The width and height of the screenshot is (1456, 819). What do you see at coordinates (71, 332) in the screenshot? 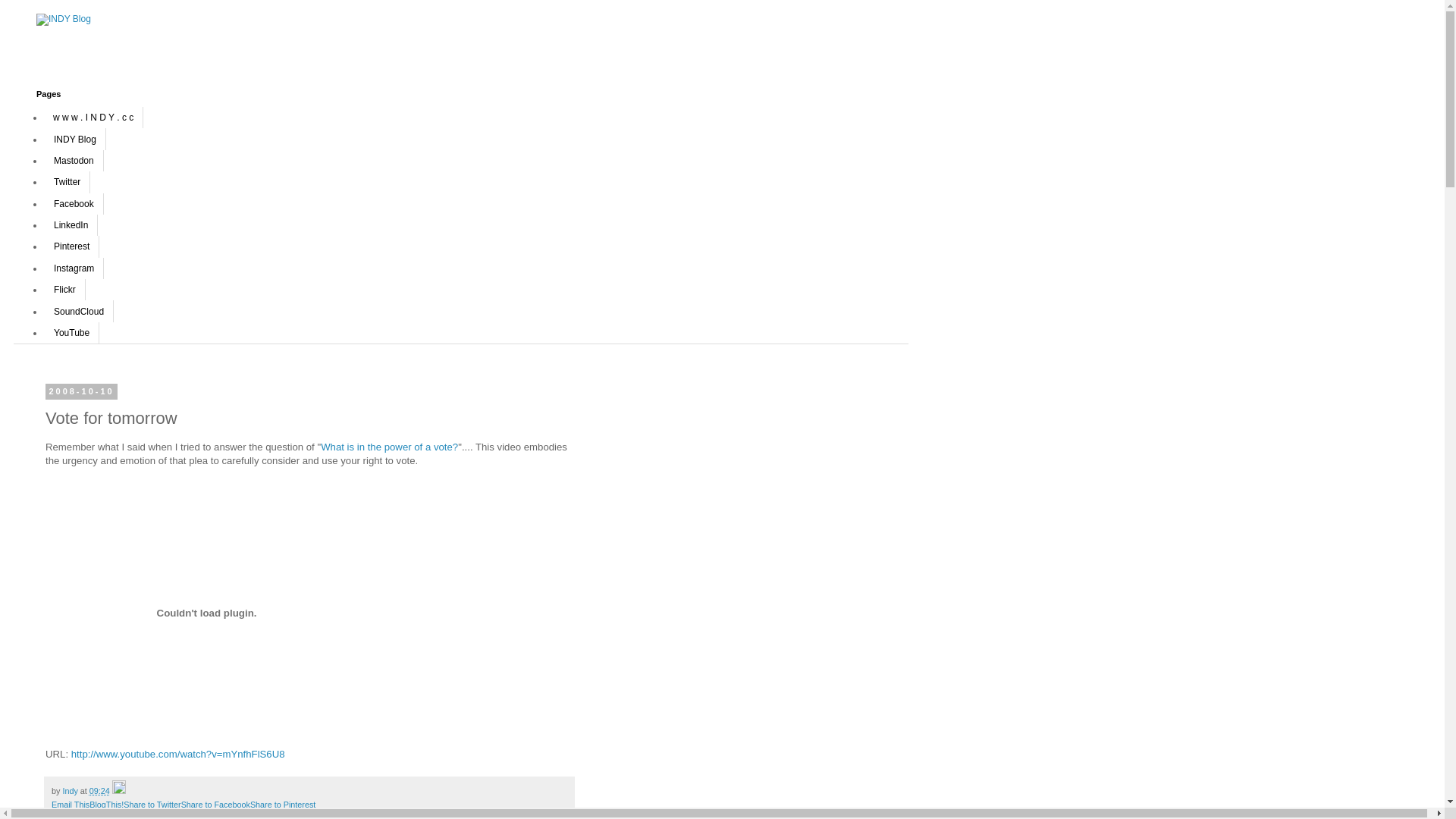
I see `'YouTube'` at bounding box center [71, 332].